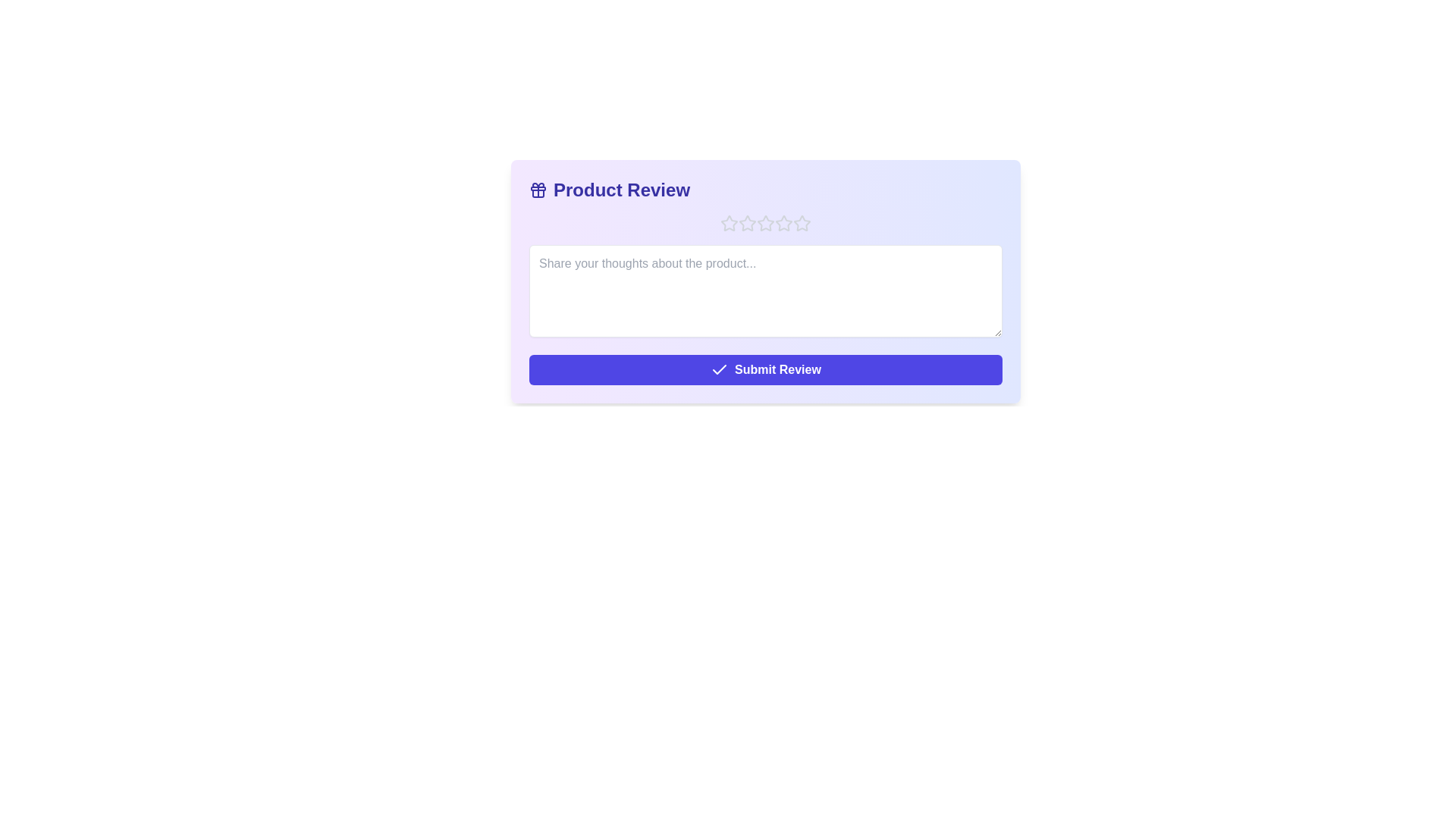  I want to click on the product rating to 1 stars by clicking the corresponding star, so click(729, 223).